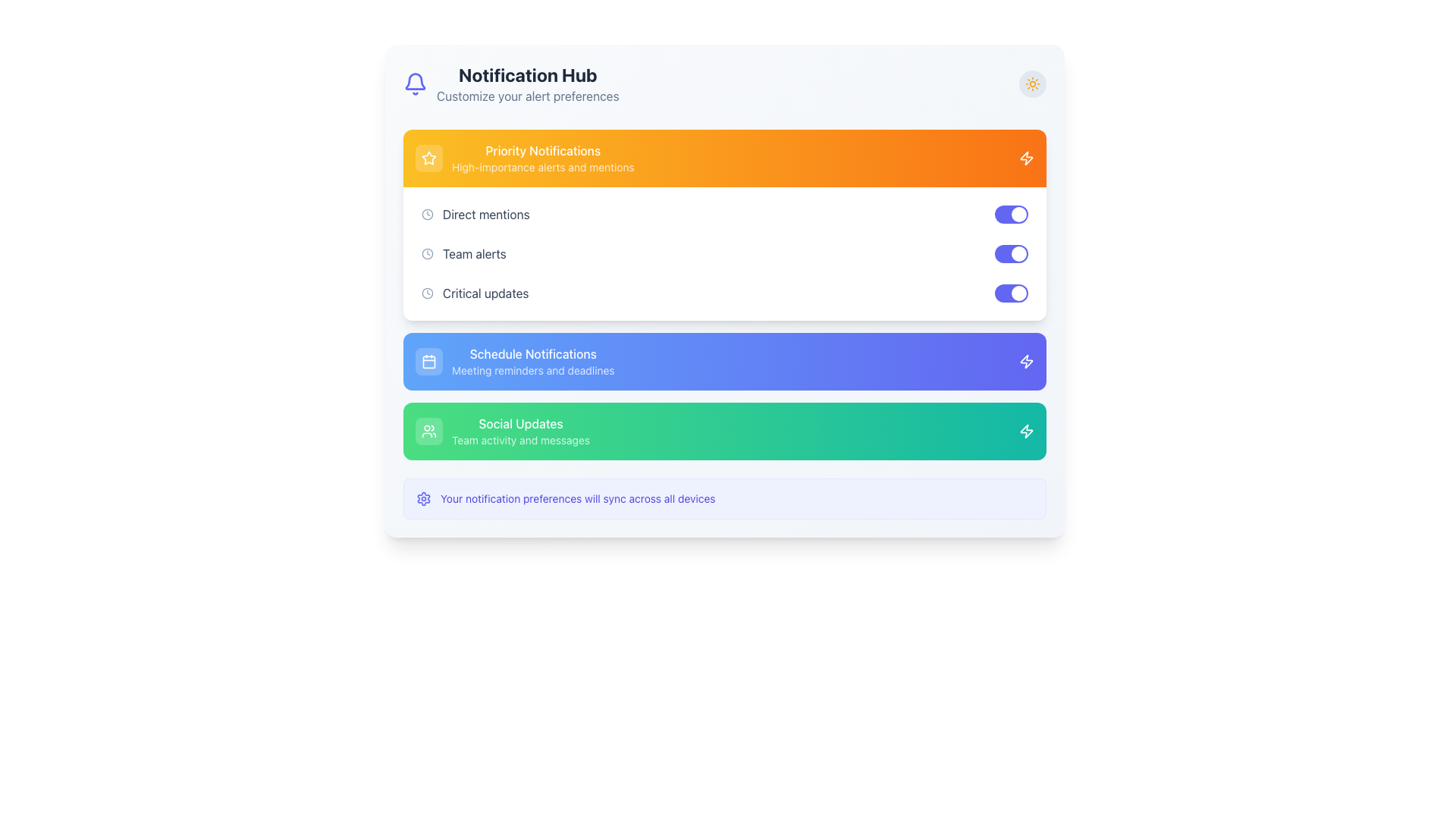  I want to click on the 'Team alerts' icon-text UI component, which is the second item in the 'Priority Notifications' section, featuring a clock icon and dark slate gray text, so click(463, 253).